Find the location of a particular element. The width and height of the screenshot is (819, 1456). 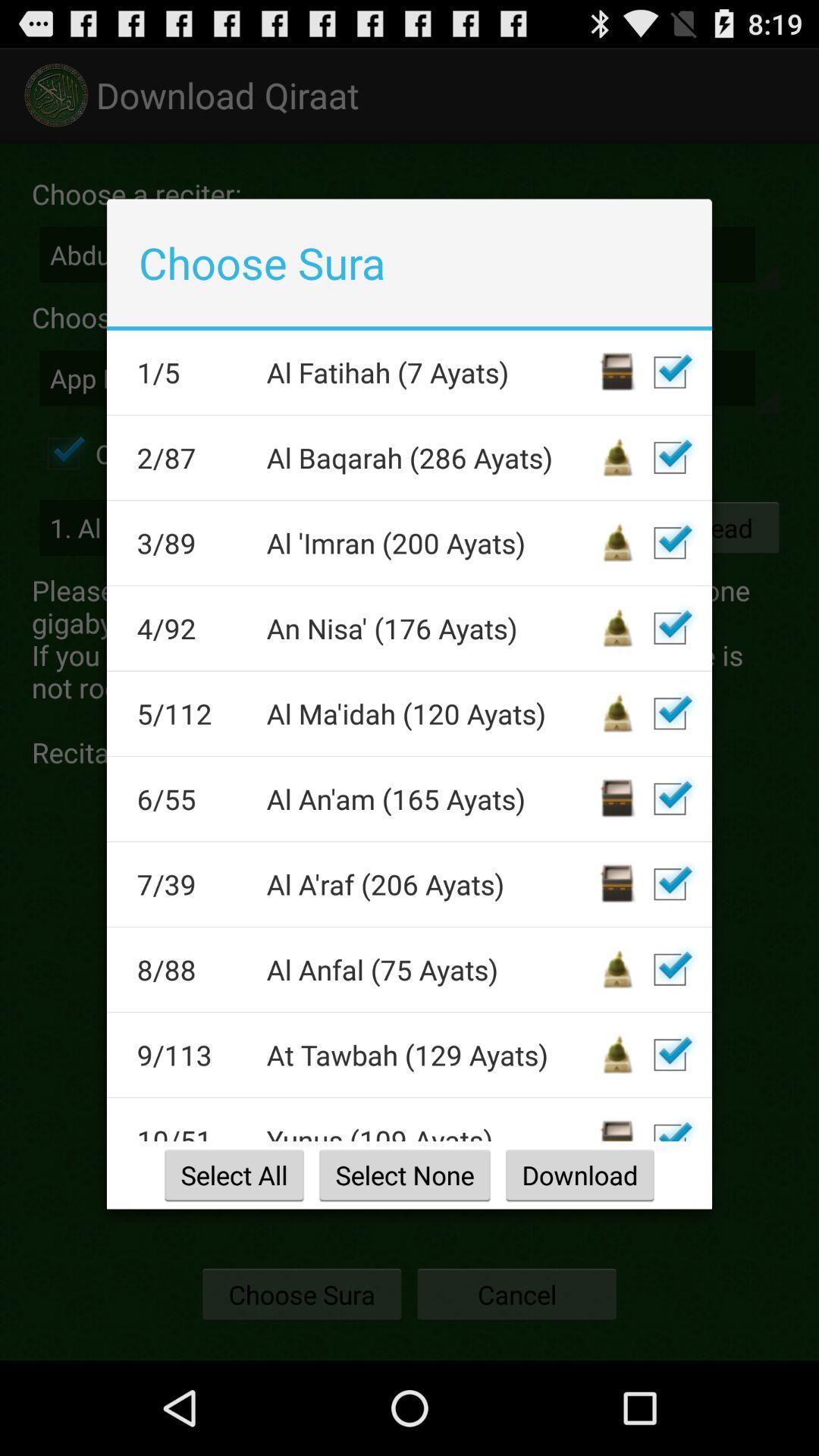

item below 2/87 app is located at coordinates (191, 543).